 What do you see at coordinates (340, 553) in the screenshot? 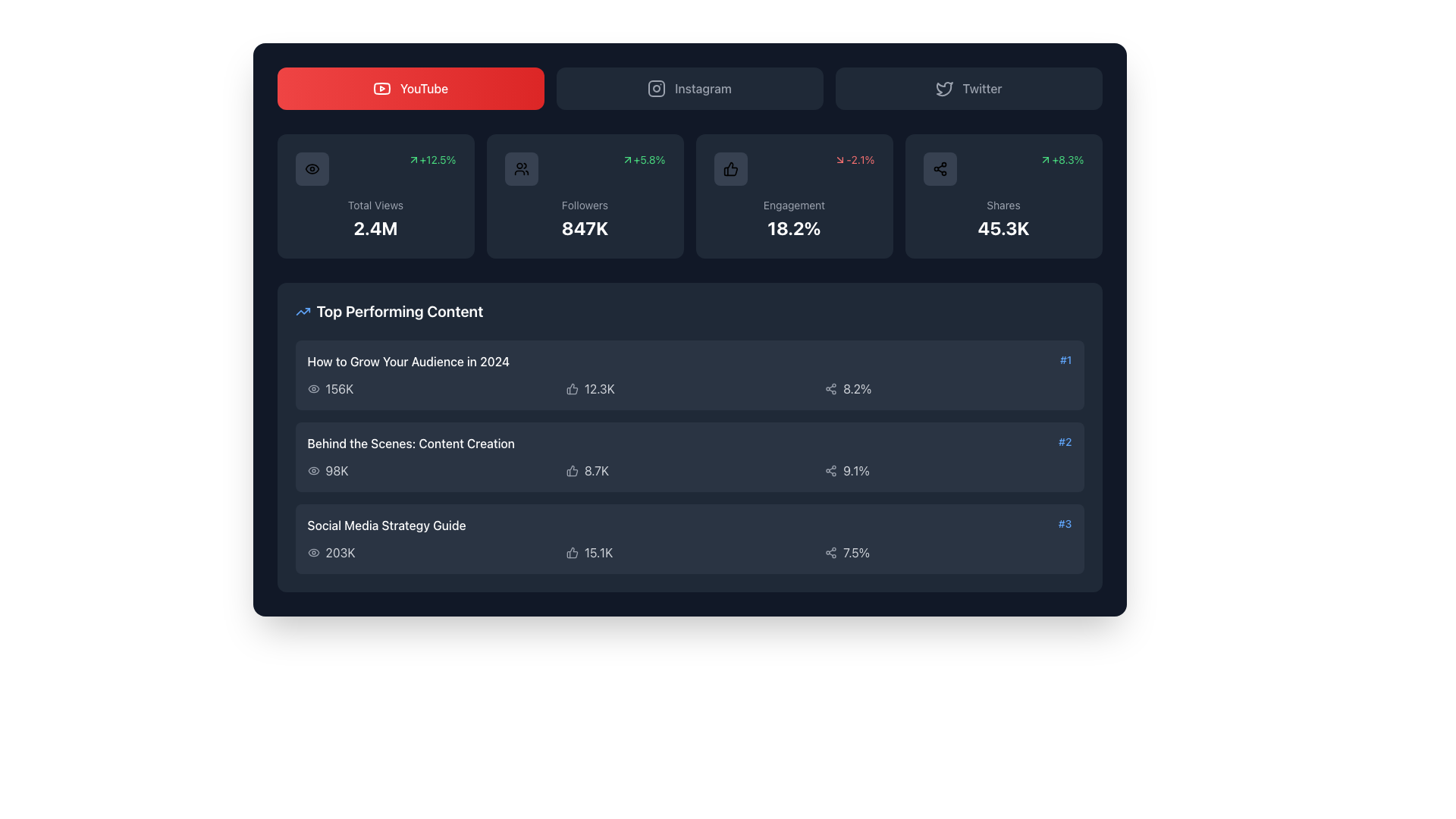
I see `and interpret the text label displaying '203K' located at the bottom-right of the 'Social Media Strategy Guide' section in the 'Top Performing Content' list` at bounding box center [340, 553].